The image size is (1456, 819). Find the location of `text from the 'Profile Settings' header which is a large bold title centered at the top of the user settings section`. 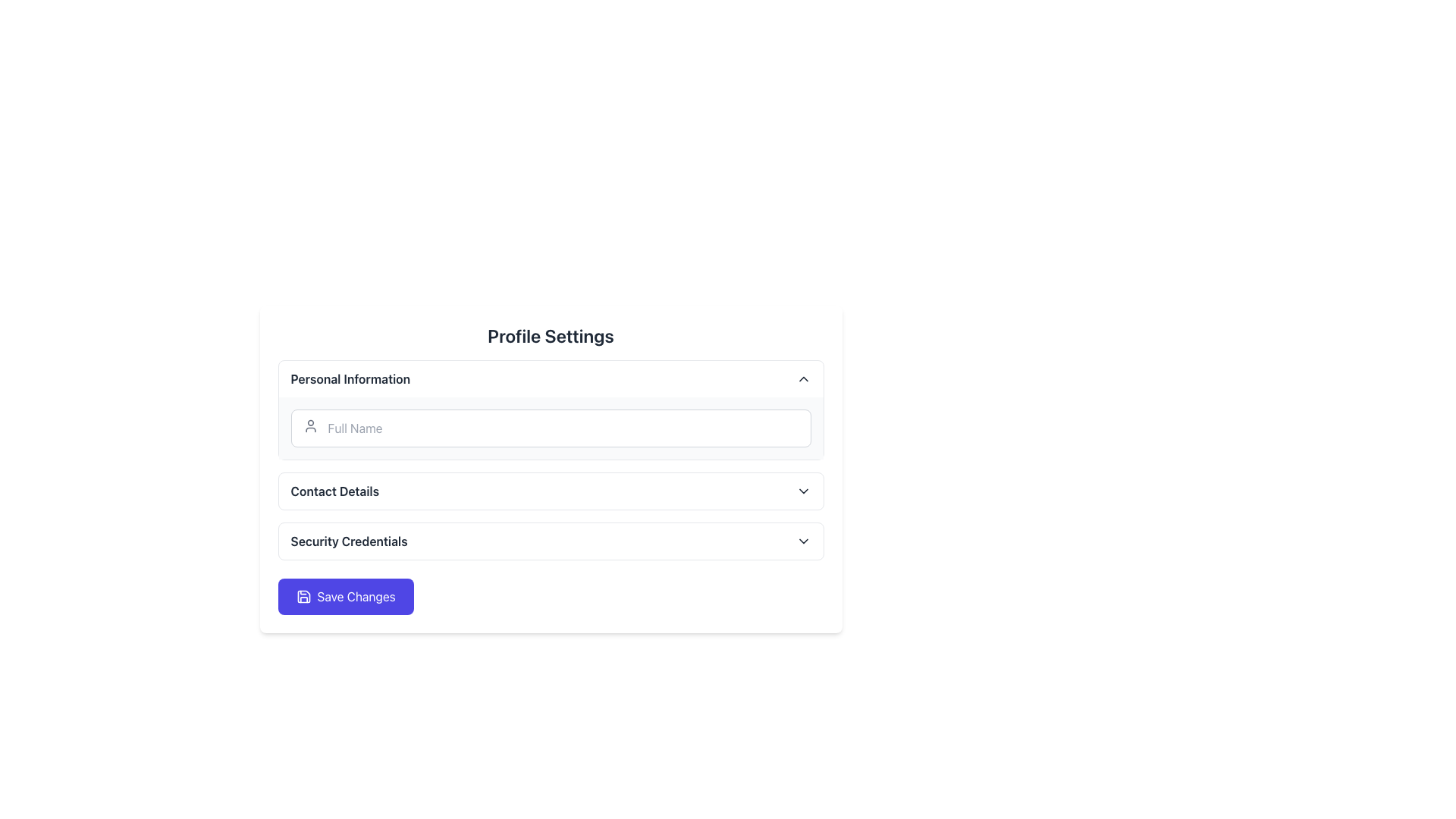

text from the 'Profile Settings' header which is a large bold title centered at the top of the user settings section is located at coordinates (550, 335).